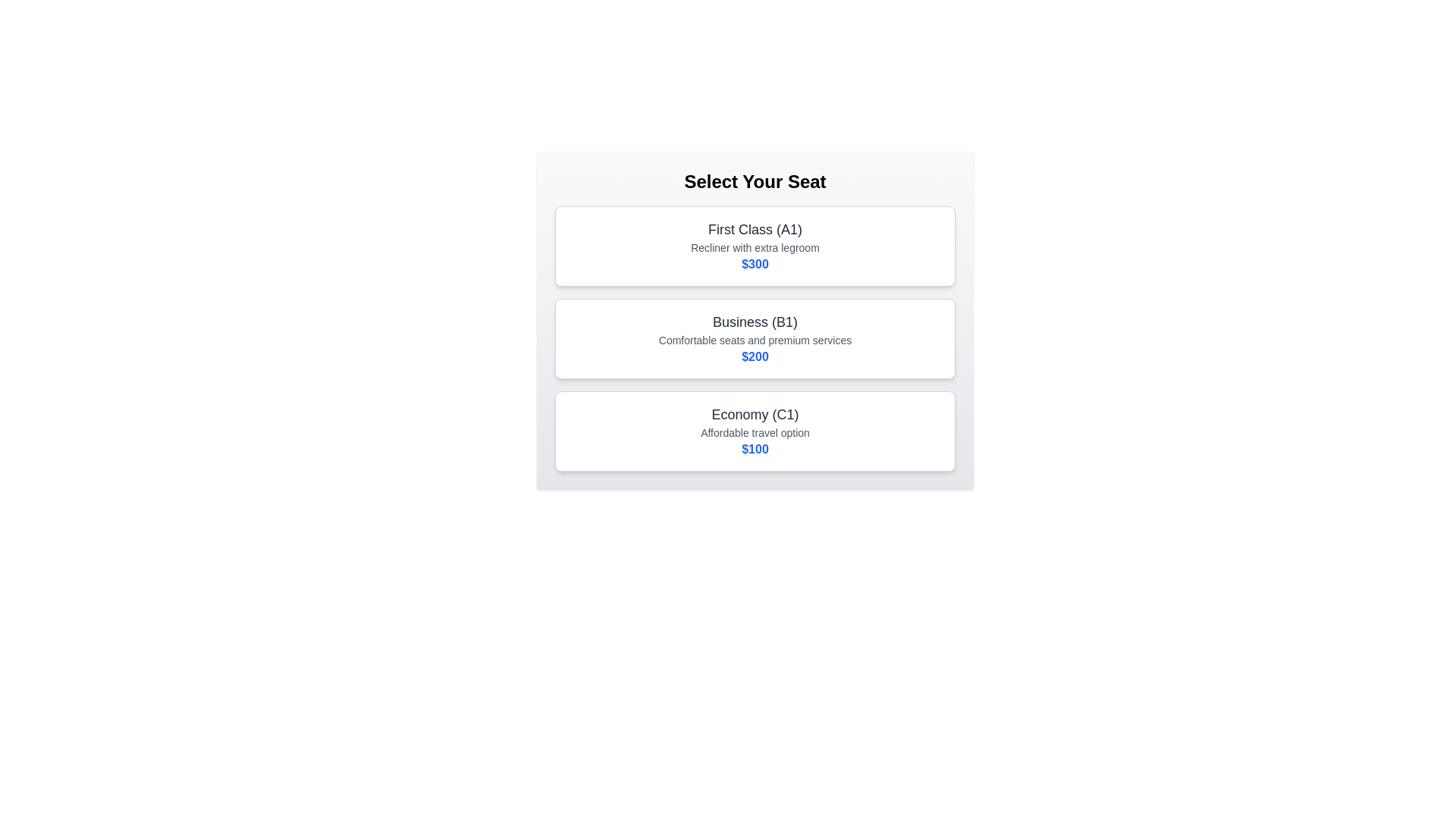 This screenshot has height=819, width=1456. Describe the element at coordinates (755, 432) in the screenshot. I see `the text label located beneath the heading 'Economy (C1)' and above the price '$100', which is rendered in a small gray font` at that location.